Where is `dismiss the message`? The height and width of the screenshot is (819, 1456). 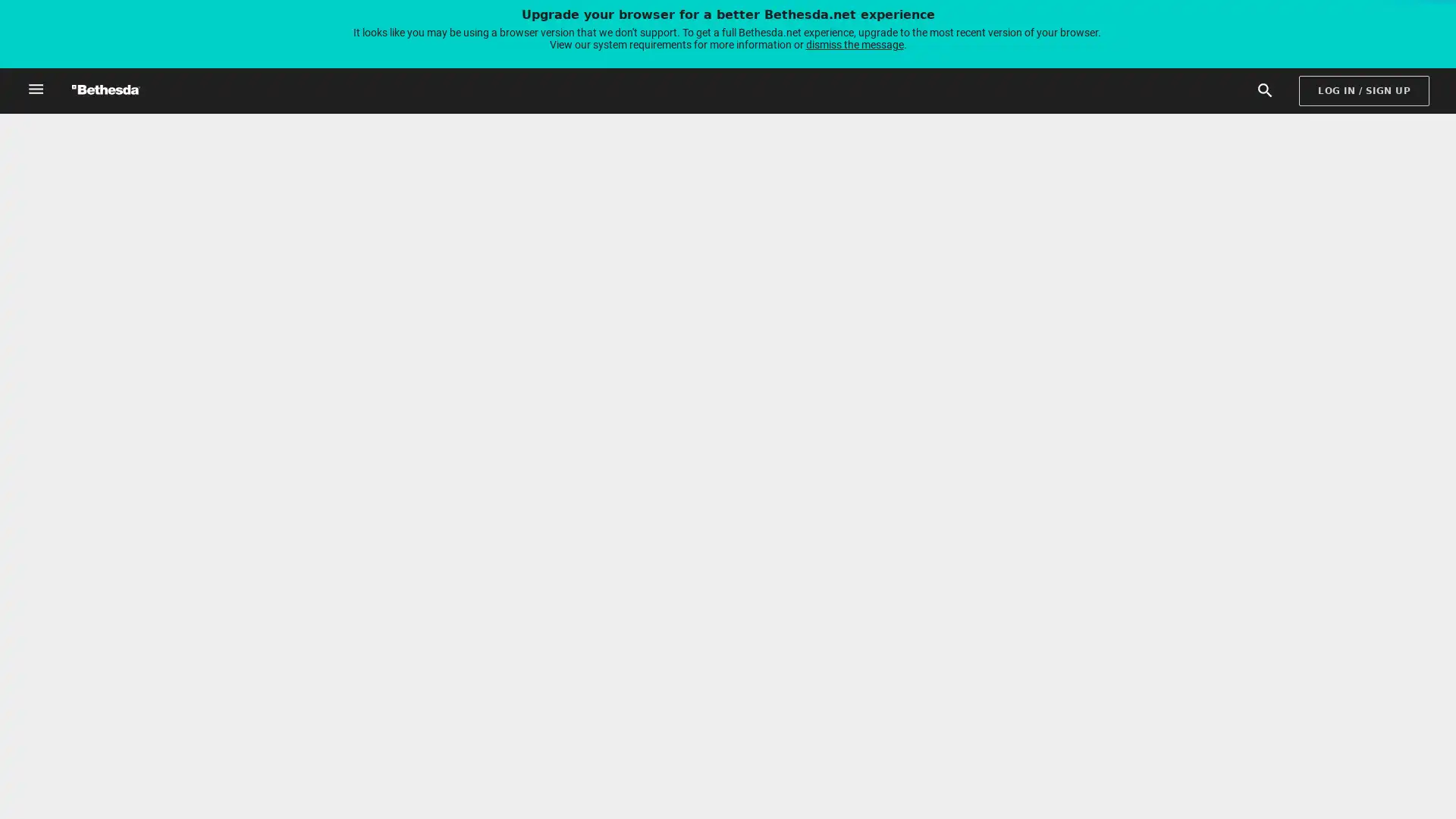
dismiss the message is located at coordinates (854, 43).